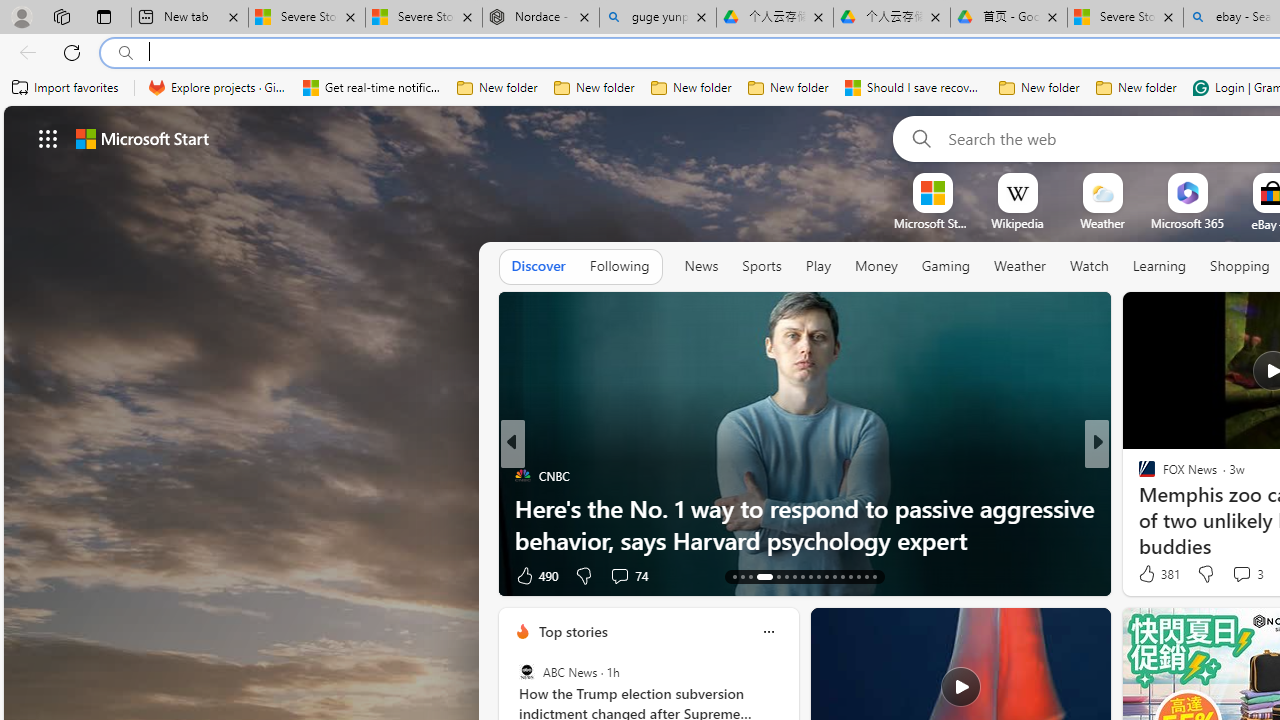  Describe the element at coordinates (850, 577) in the screenshot. I see `'AutomationID: tab-26'` at that location.